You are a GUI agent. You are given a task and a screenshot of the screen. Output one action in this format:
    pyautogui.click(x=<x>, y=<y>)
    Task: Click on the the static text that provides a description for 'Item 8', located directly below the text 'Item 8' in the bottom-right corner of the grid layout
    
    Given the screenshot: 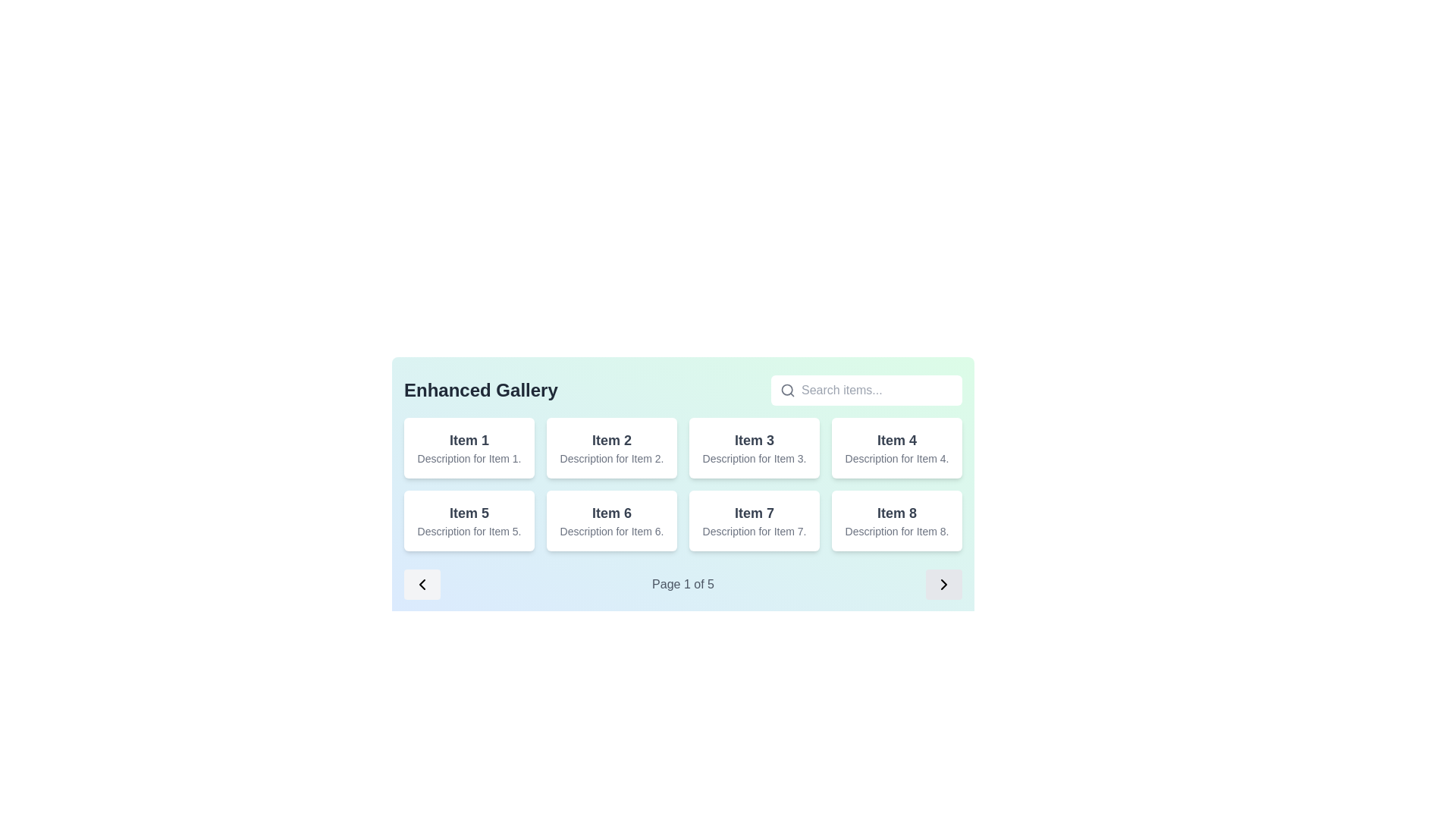 What is the action you would take?
    pyautogui.click(x=896, y=531)
    